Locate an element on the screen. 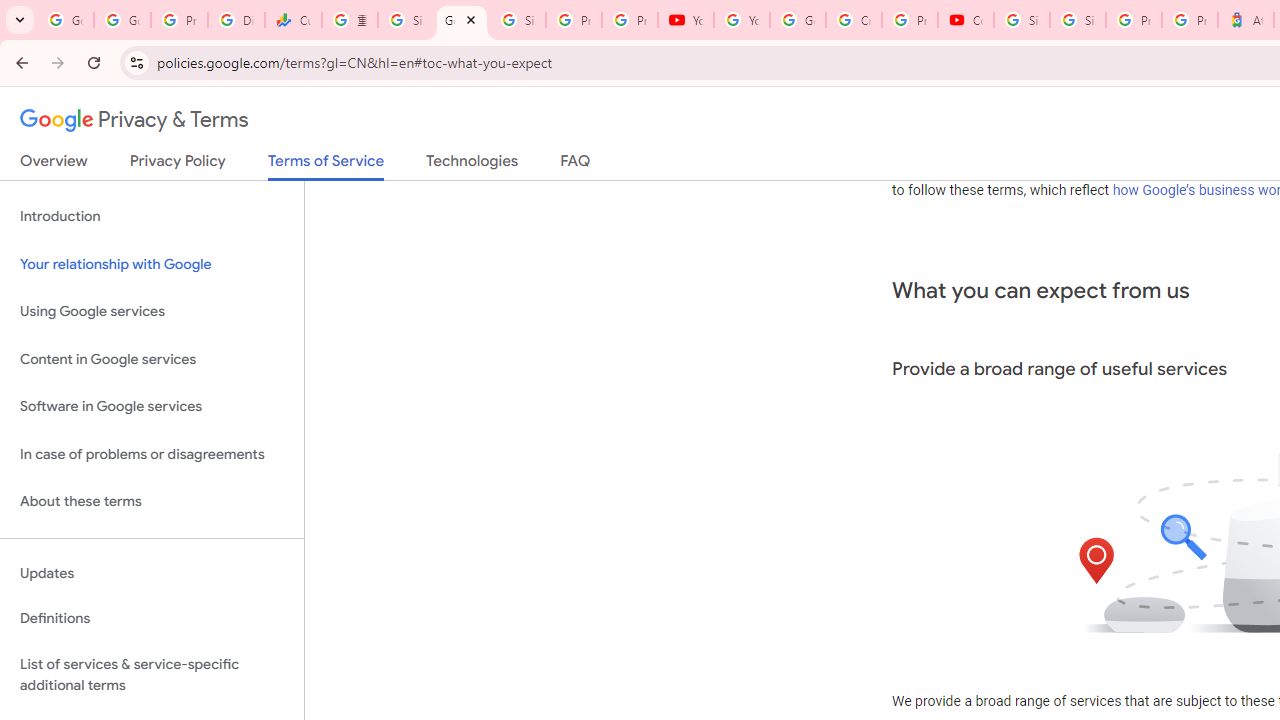  'Terms of Service' is located at coordinates (326, 165).